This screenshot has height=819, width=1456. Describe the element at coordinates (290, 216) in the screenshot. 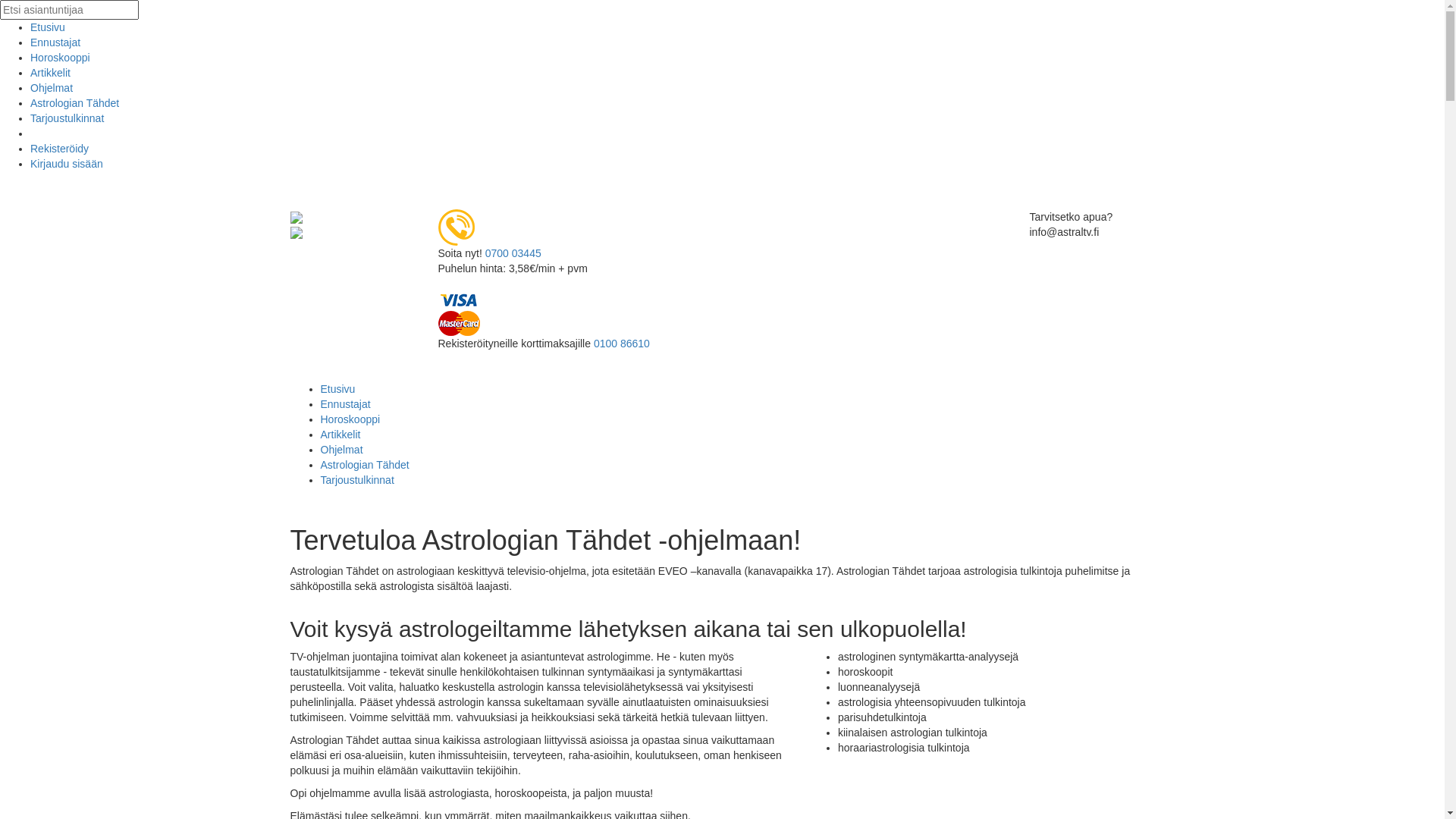

I see `'www.astraltv.fi - Finland - Finish'` at that location.